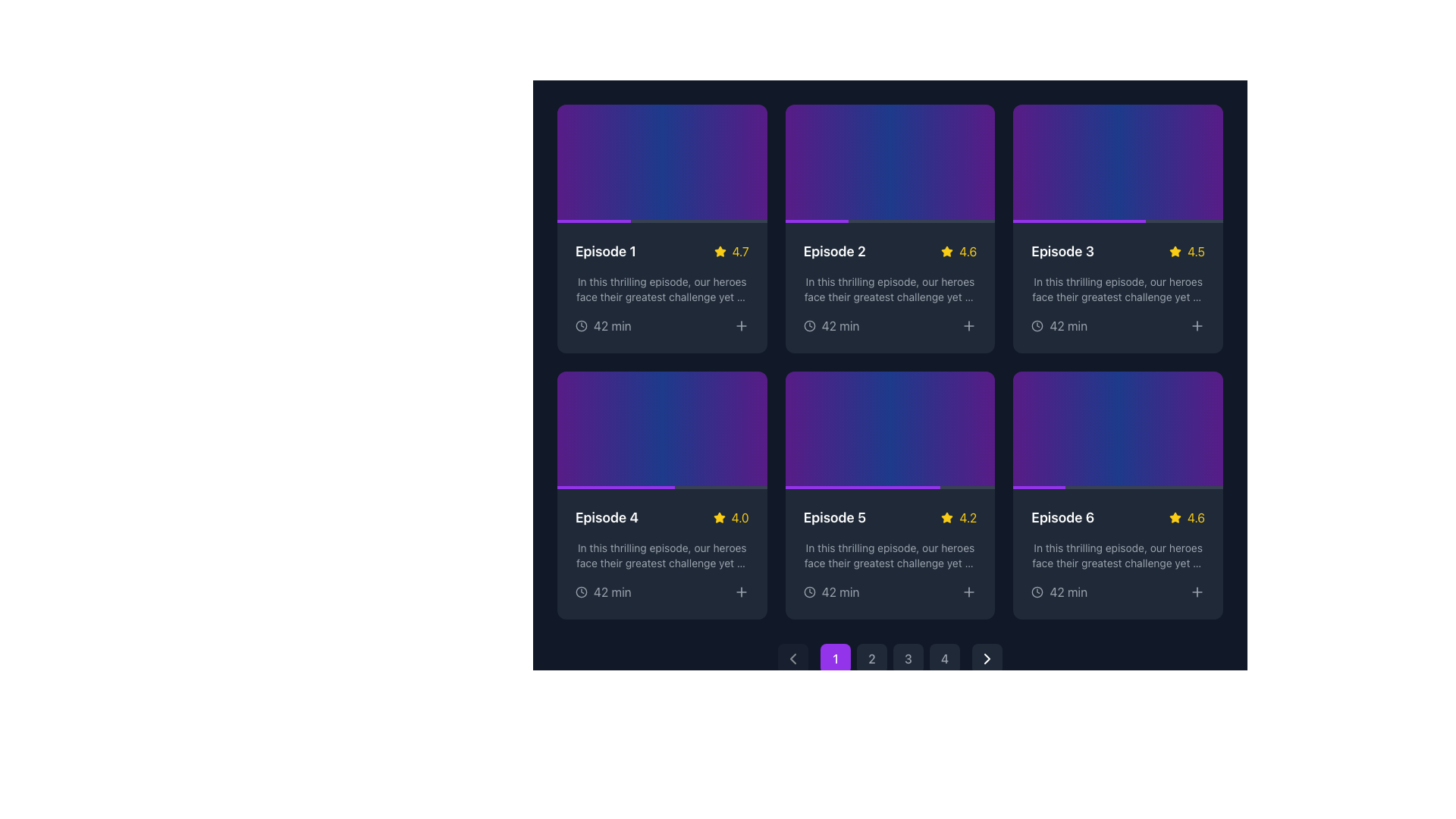 This screenshot has width=1456, height=819. Describe the element at coordinates (944, 657) in the screenshot. I see `the fourth pagination control button located at the bottom center of the user interface` at that location.